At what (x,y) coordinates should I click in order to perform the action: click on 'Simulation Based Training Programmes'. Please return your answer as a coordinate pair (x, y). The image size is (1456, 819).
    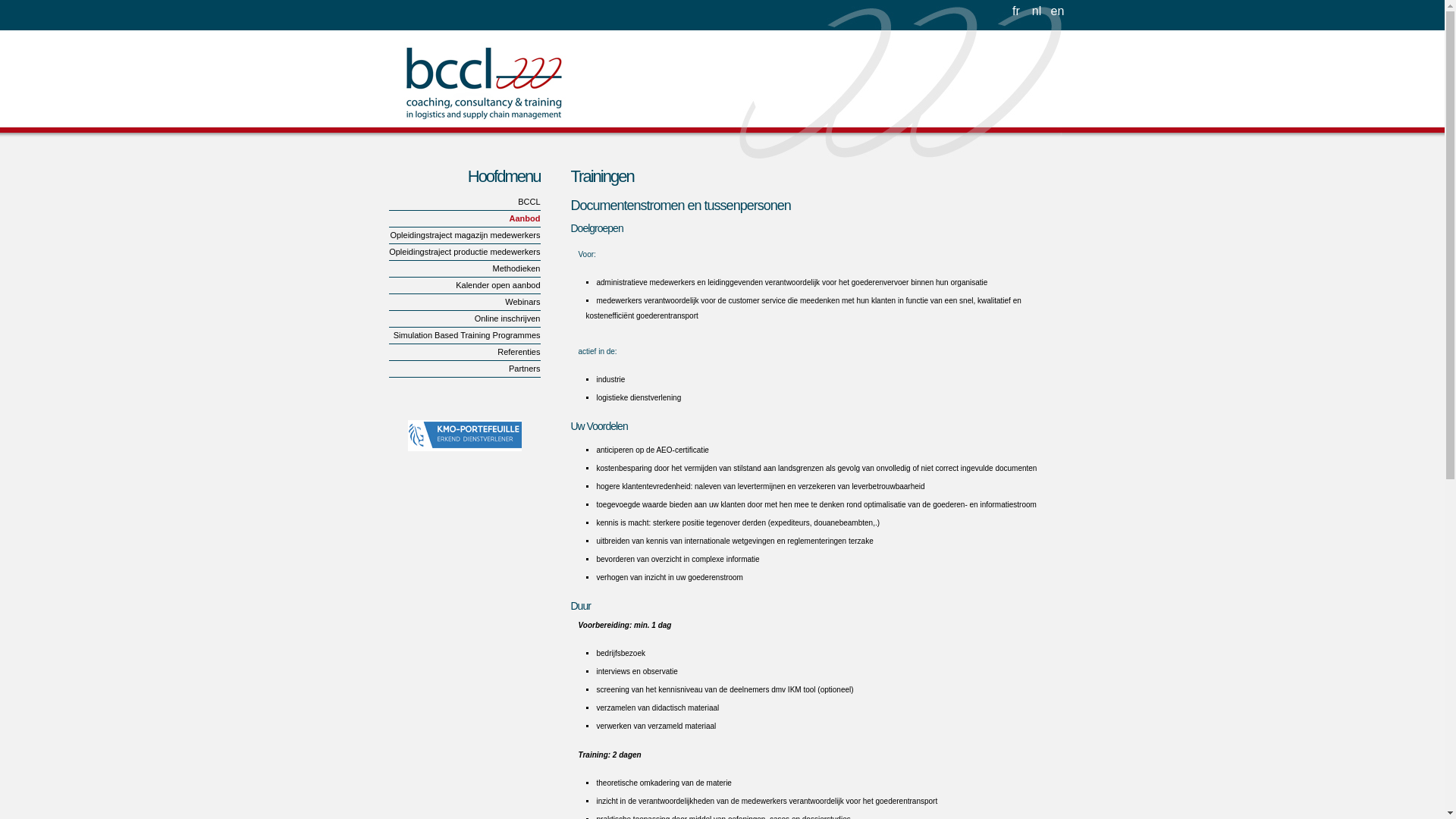
    Looking at the image, I should click on (388, 335).